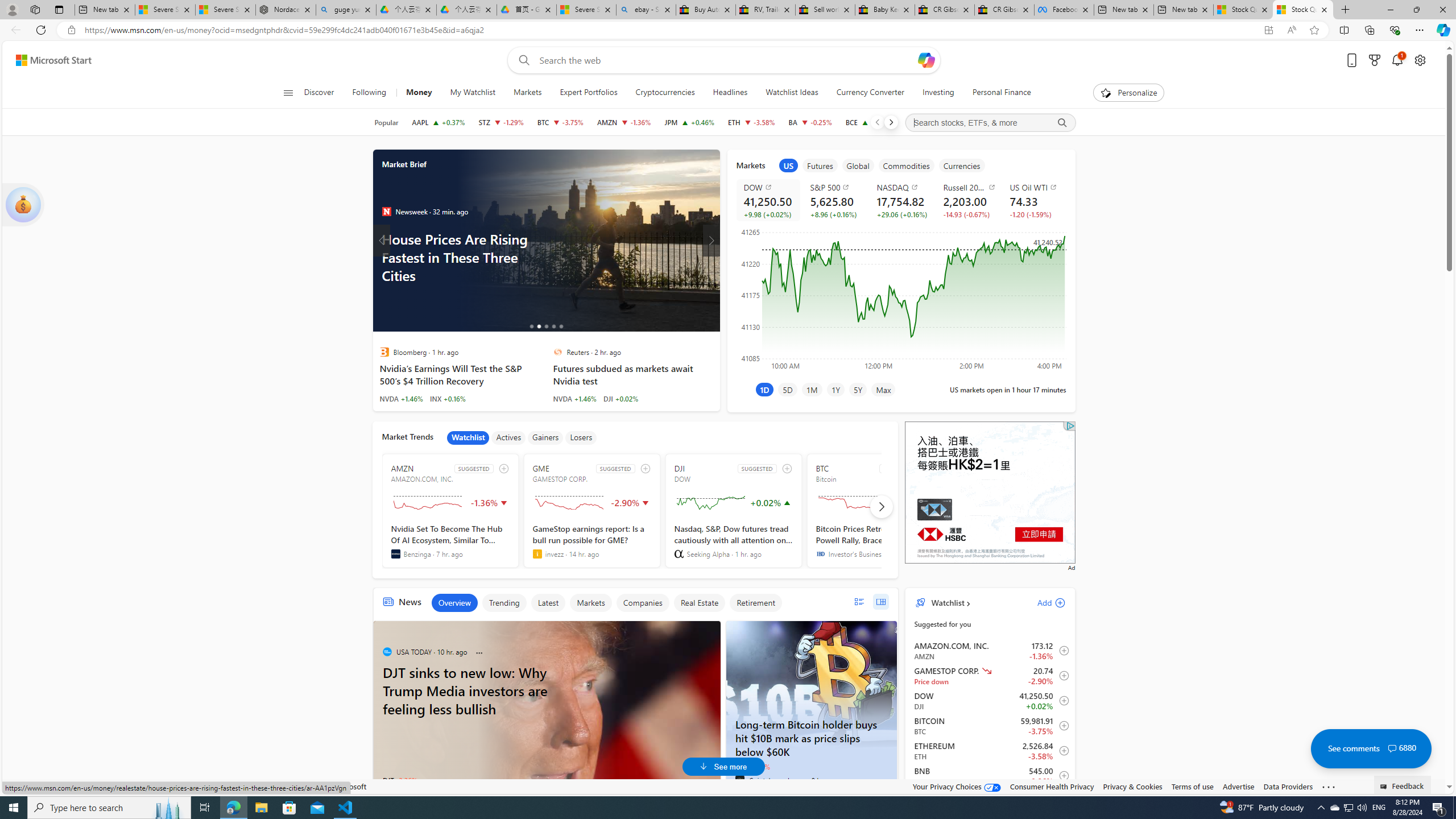  Describe the element at coordinates (858, 601) in the screenshot. I see `'list layout'` at that location.